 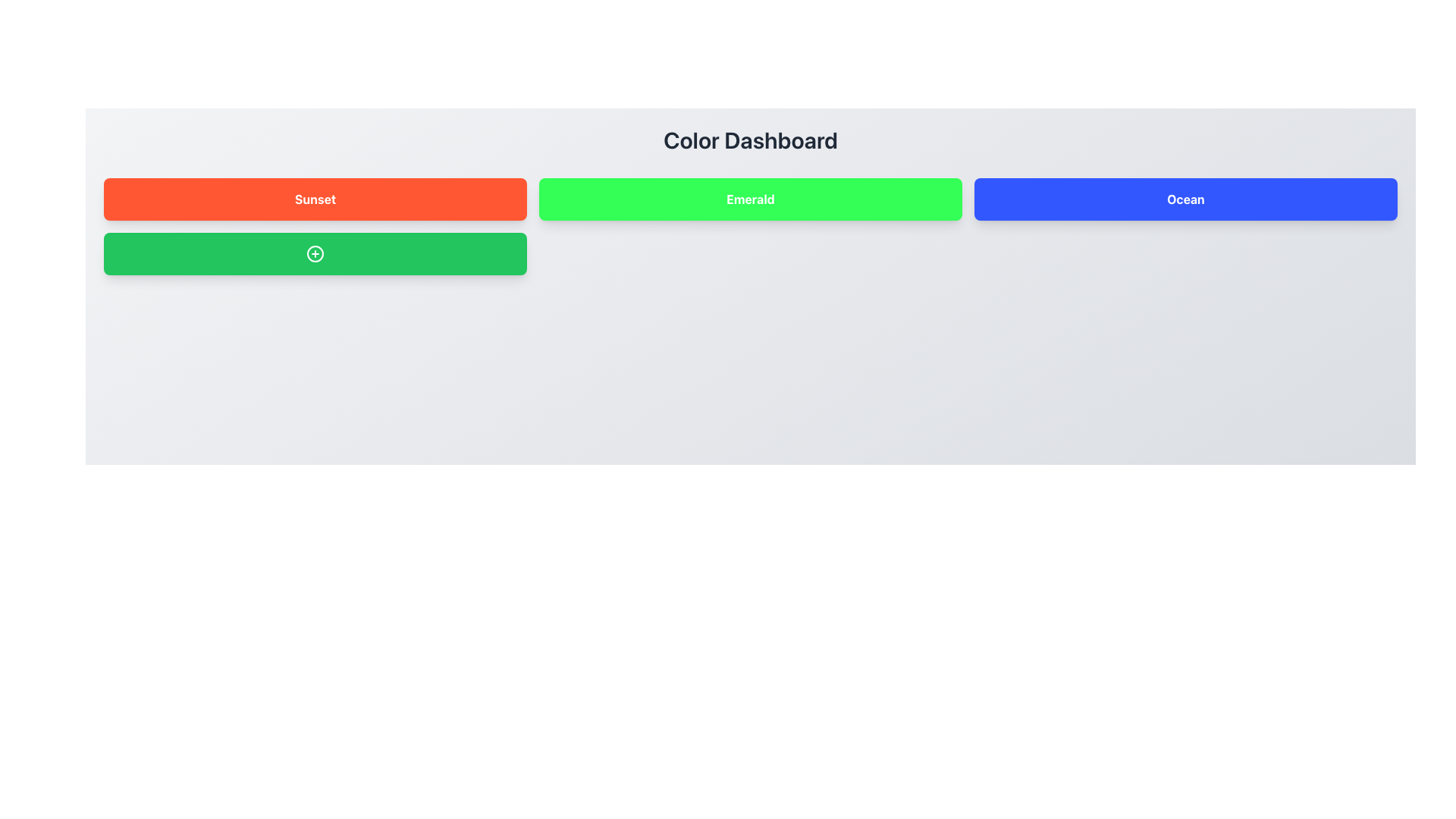 What do you see at coordinates (315, 253) in the screenshot?
I see `the icon located on the green rectangular button labeled 'Emerald' at the bottom row of buttons` at bounding box center [315, 253].